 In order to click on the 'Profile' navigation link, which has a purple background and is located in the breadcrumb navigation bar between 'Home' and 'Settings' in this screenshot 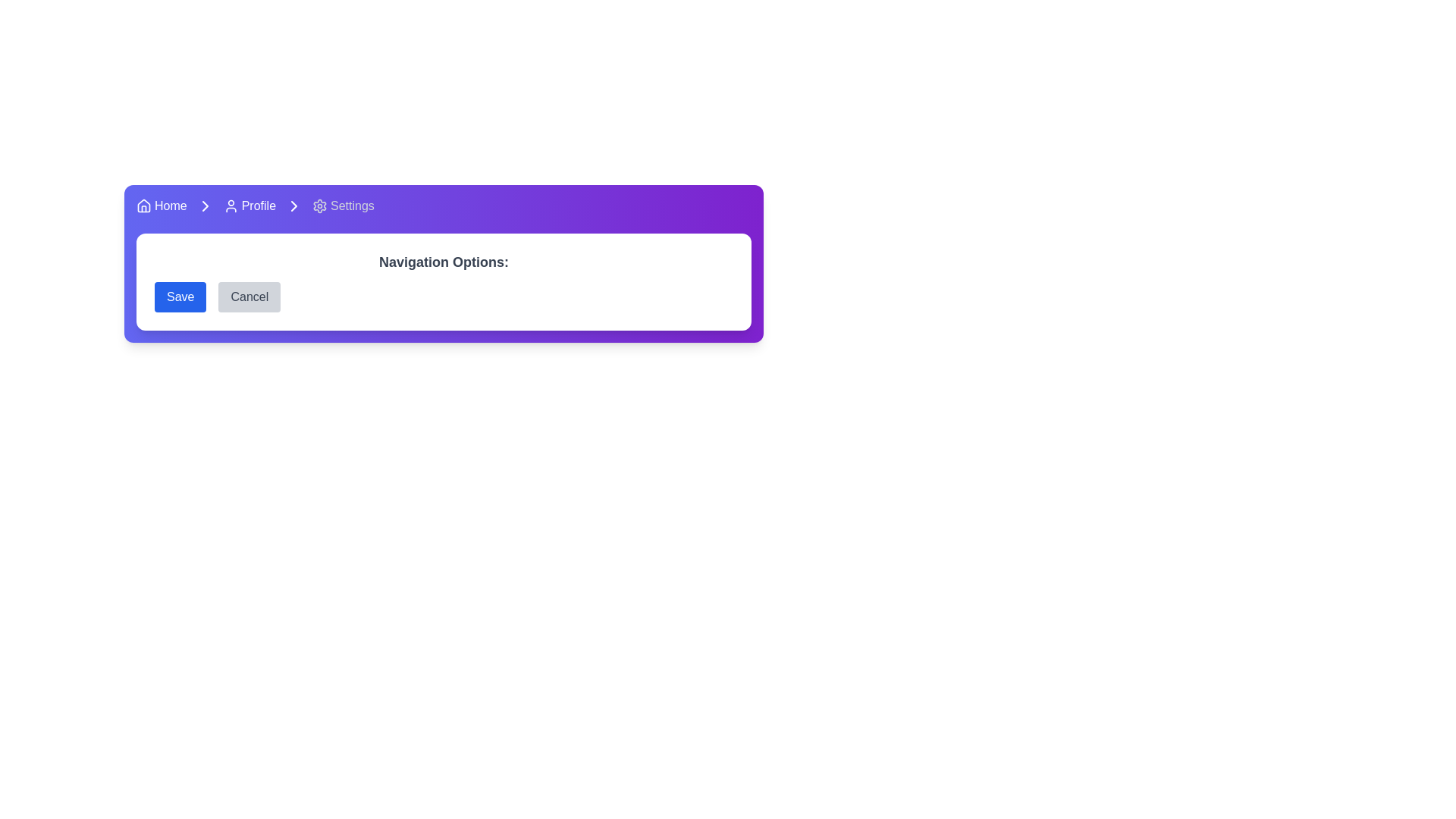, I will do `click(249, 206)`.